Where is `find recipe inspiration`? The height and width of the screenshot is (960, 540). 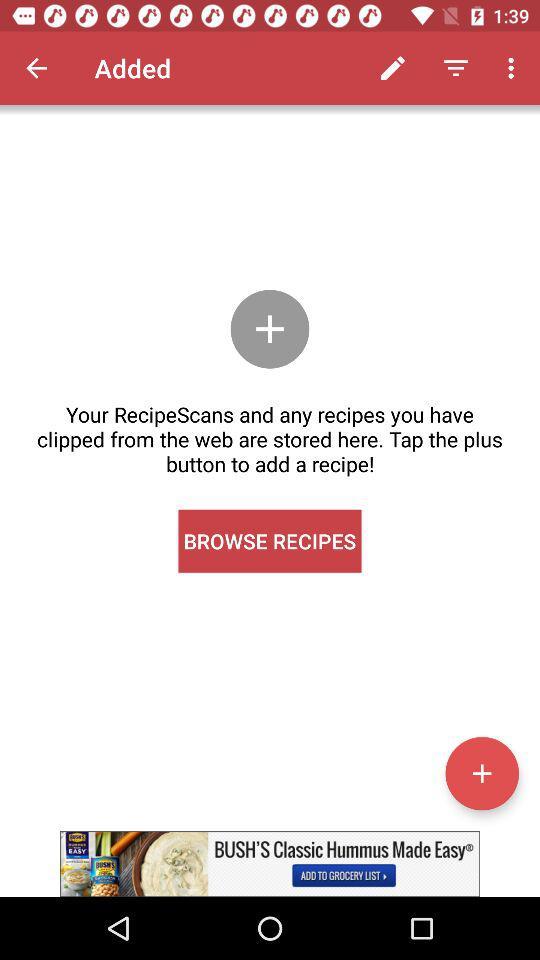
find recipe inspiration is located at coordinates (270, 863).